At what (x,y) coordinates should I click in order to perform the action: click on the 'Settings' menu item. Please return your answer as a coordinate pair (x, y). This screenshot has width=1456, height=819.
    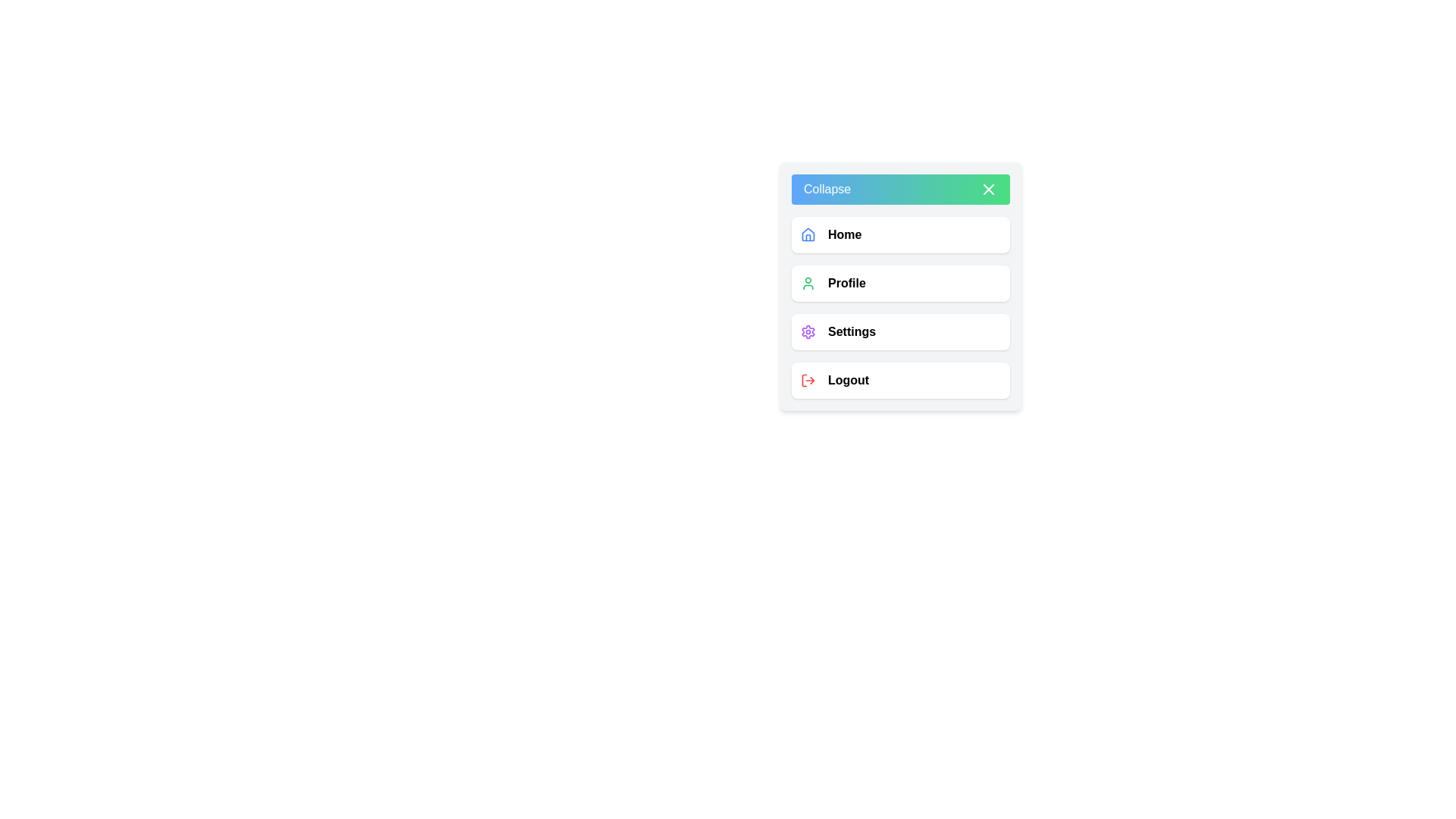
    Looking at the image, I should click on (901, 331).